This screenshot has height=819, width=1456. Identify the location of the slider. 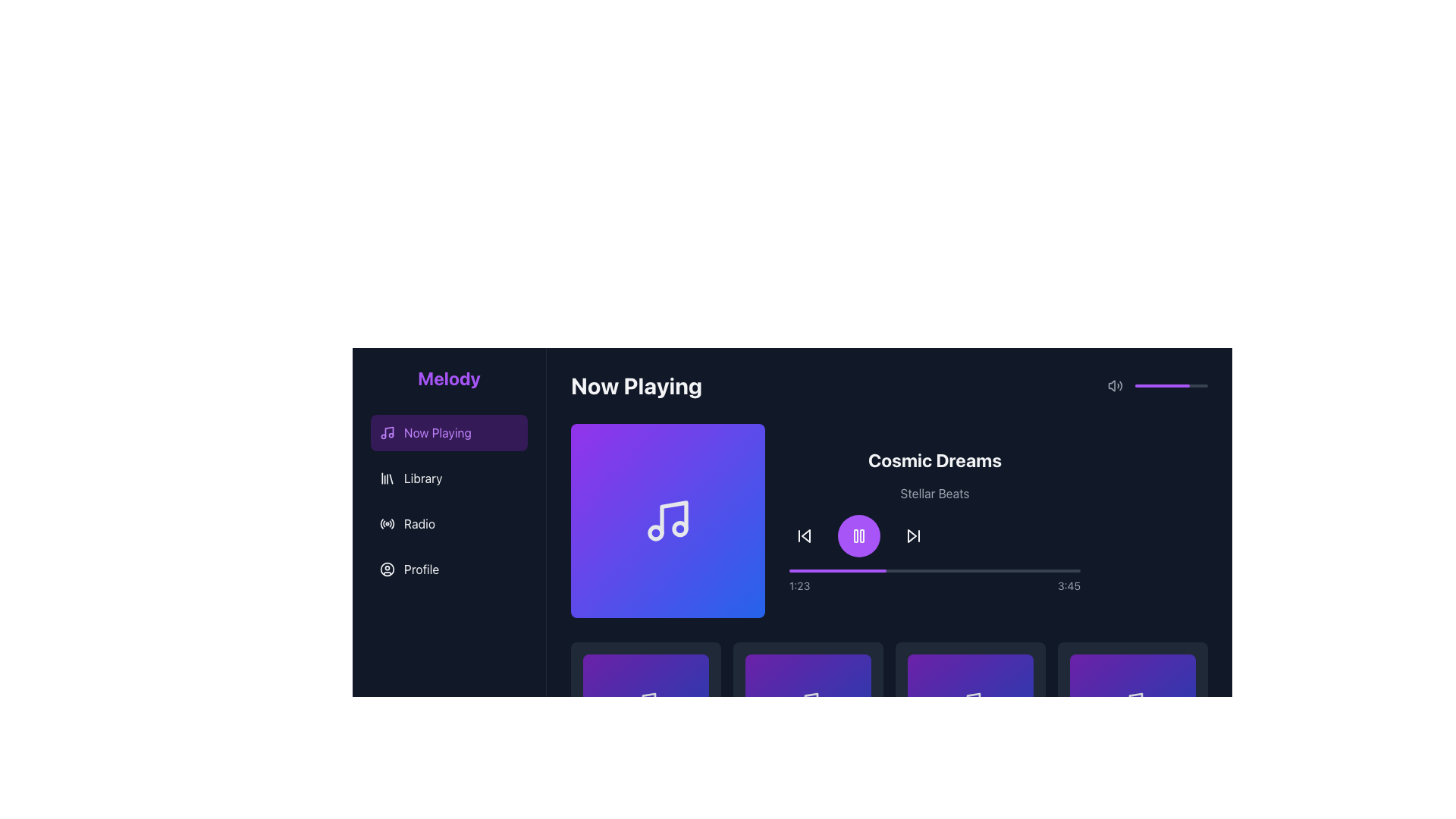
(1176, 385).